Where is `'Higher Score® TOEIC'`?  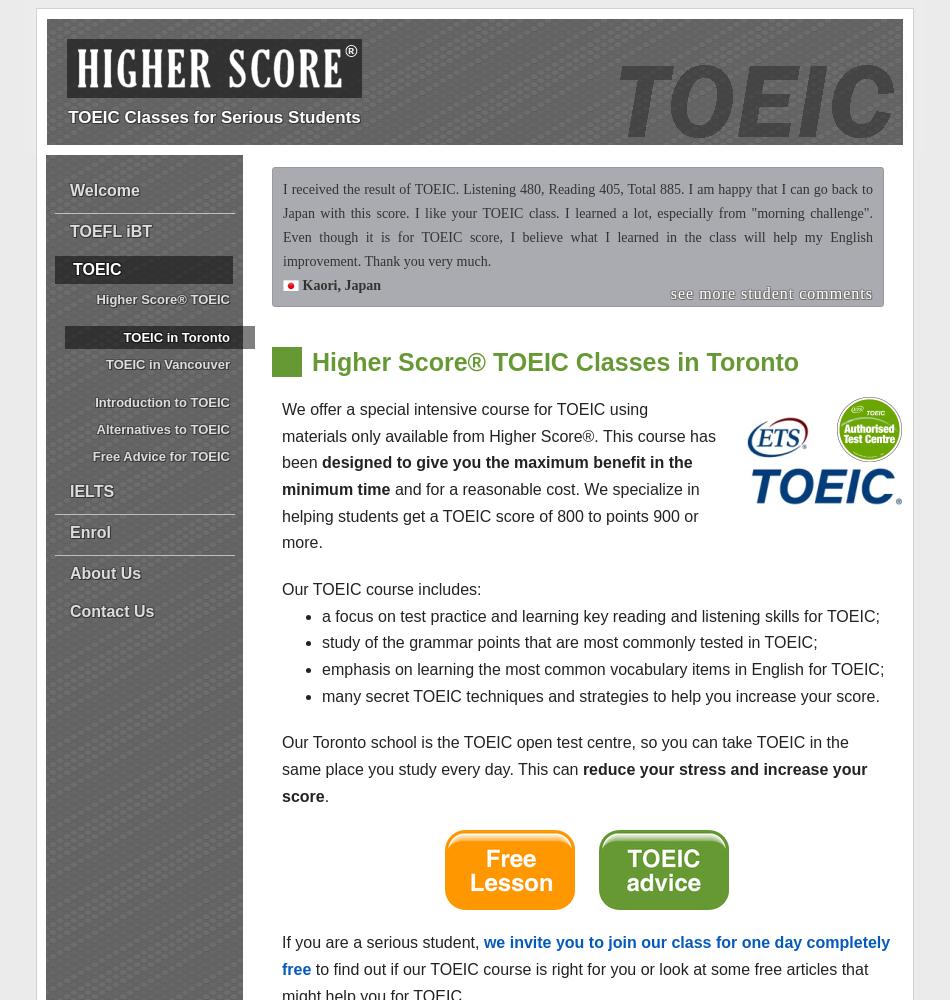 'Higher Score® TOEIC' is located at coordinates (163, 299).